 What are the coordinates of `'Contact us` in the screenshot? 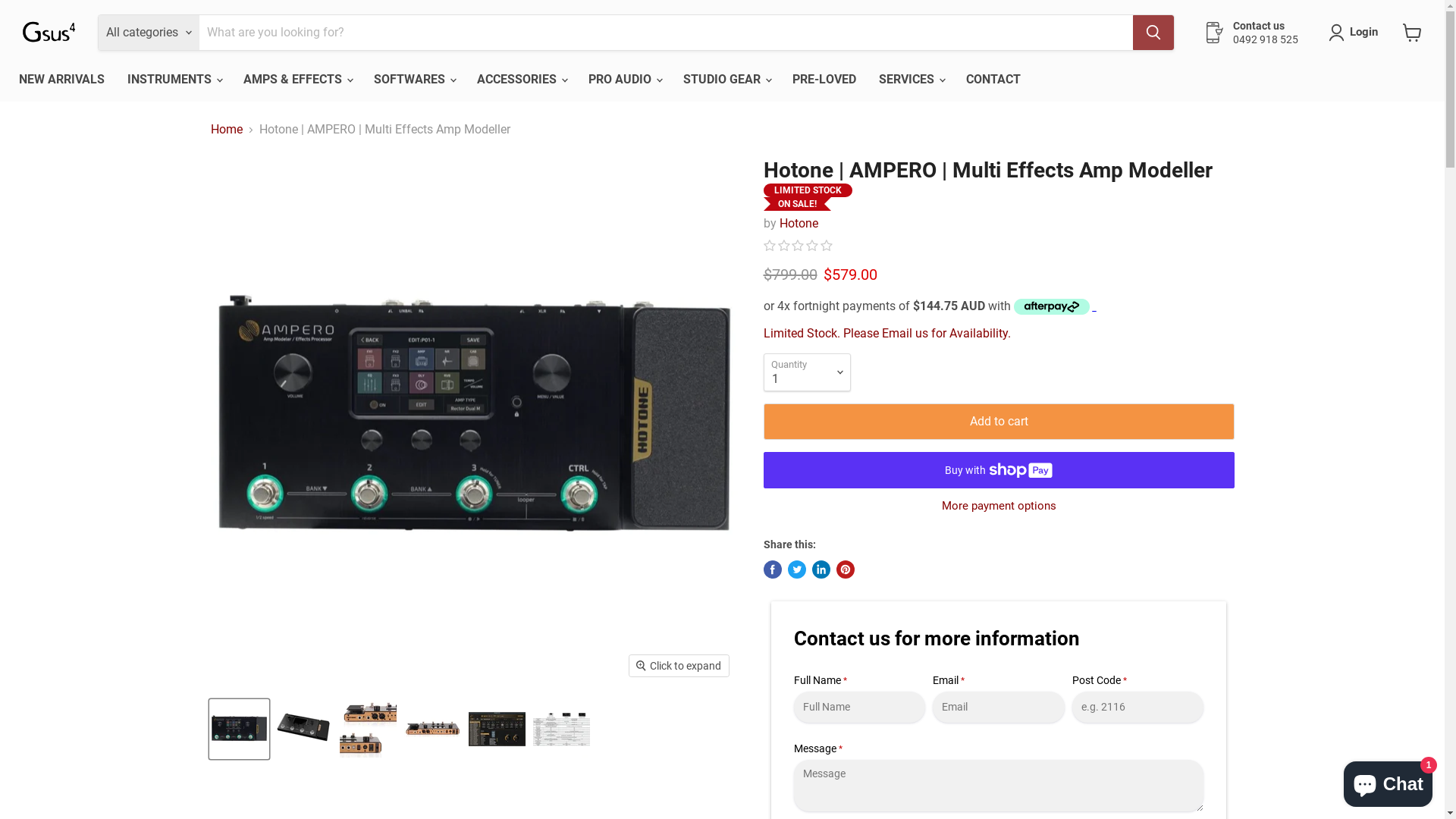 It's located at (1203, 32).